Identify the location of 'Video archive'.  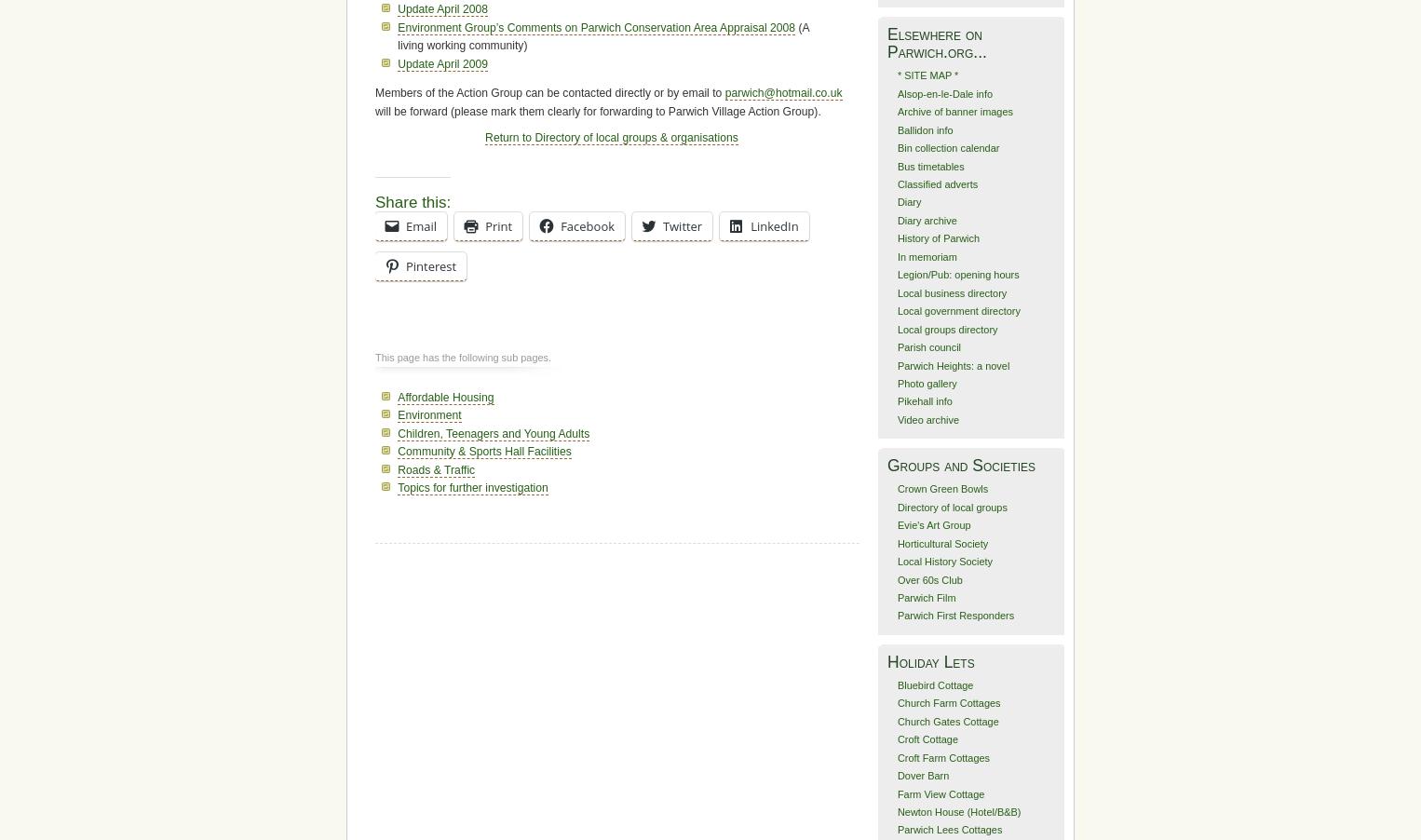
(927, 419).